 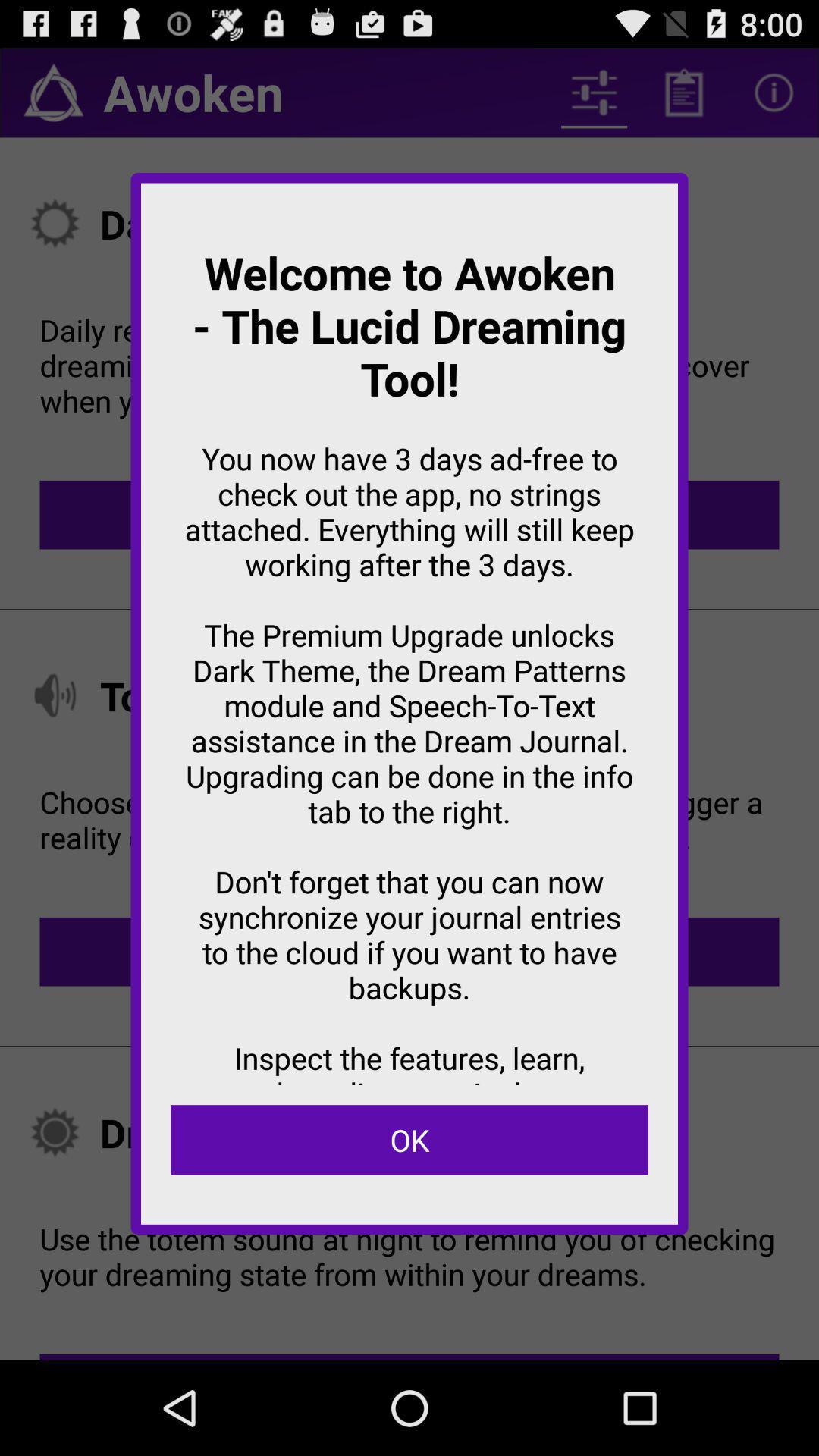 I want to click on the button at the bottom, so click(x=409, y=1140).